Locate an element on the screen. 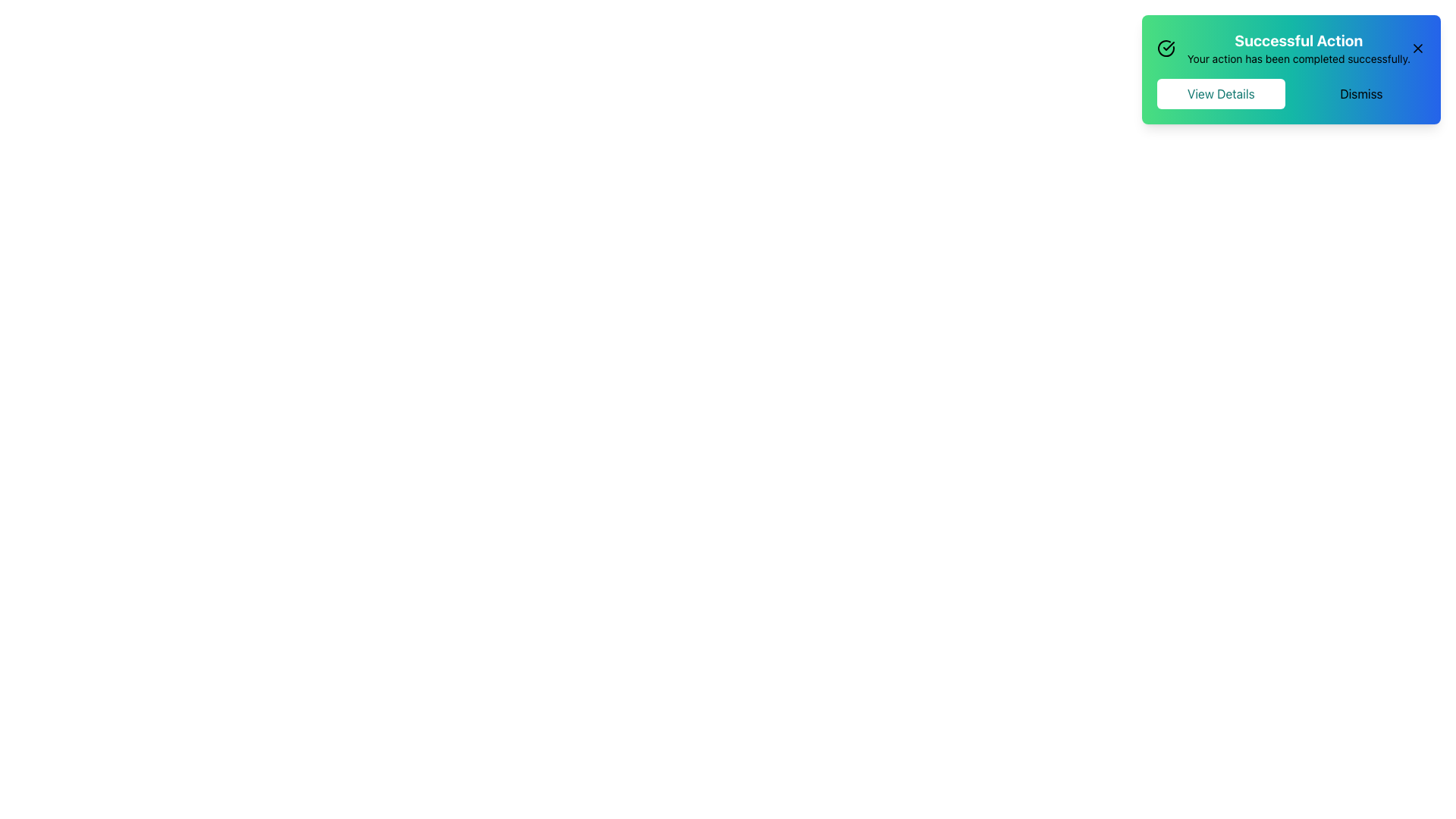 The image size is (1456, 819). the title text of the notification that indicates the success of an action, located in the top-right corner of the UI is located at coordinates (1298, 40).